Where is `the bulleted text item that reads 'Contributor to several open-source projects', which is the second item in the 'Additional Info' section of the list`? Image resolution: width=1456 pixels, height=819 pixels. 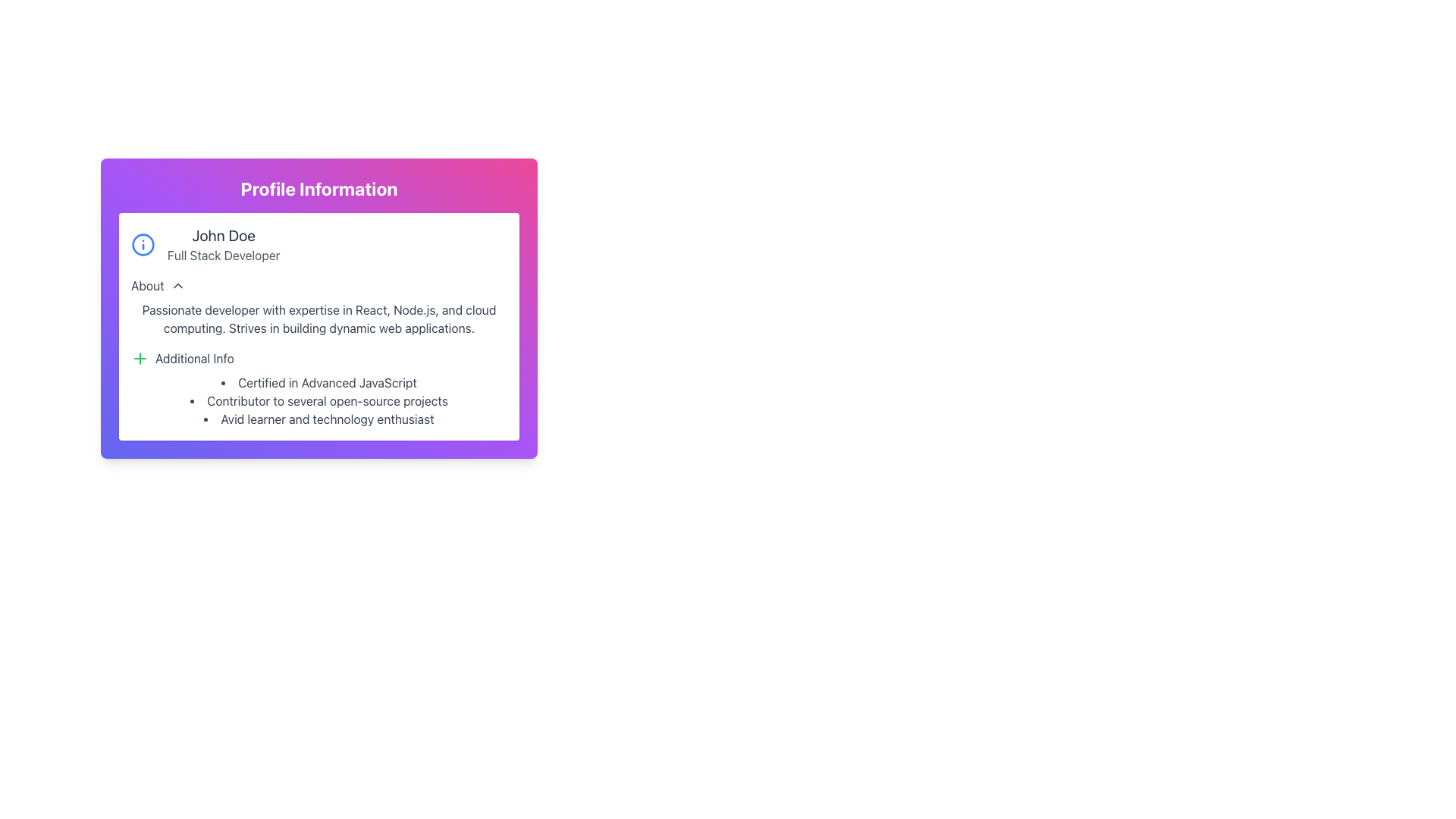 the bulleted text item that reads 'Contributor to several open-source projects', which is the second item in the 'Additional Info' section of the list is located at coordinates (318, 400).